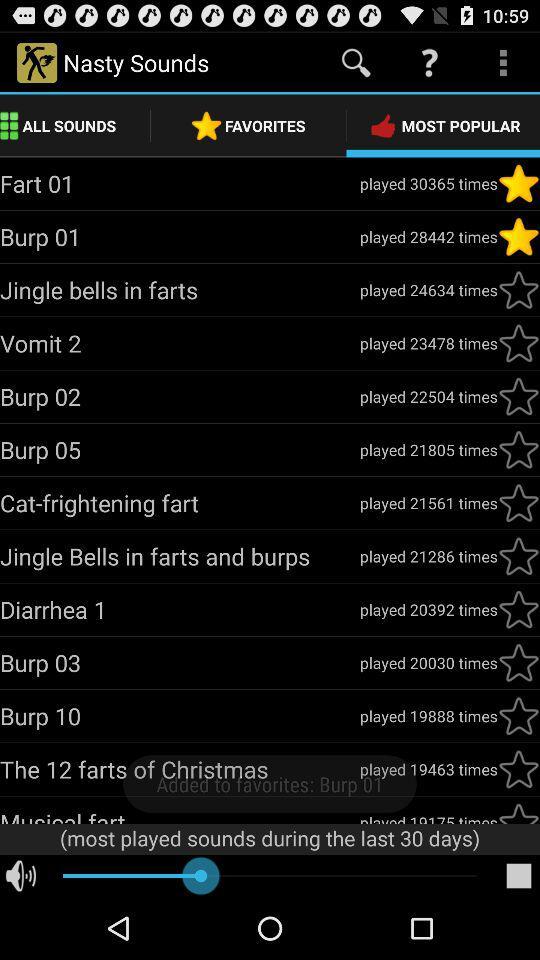 The height and width of the screenshot is (960, 540). Describe the element at coordinates (518, 608) in the screenshot. I see `to favorites` at that location.